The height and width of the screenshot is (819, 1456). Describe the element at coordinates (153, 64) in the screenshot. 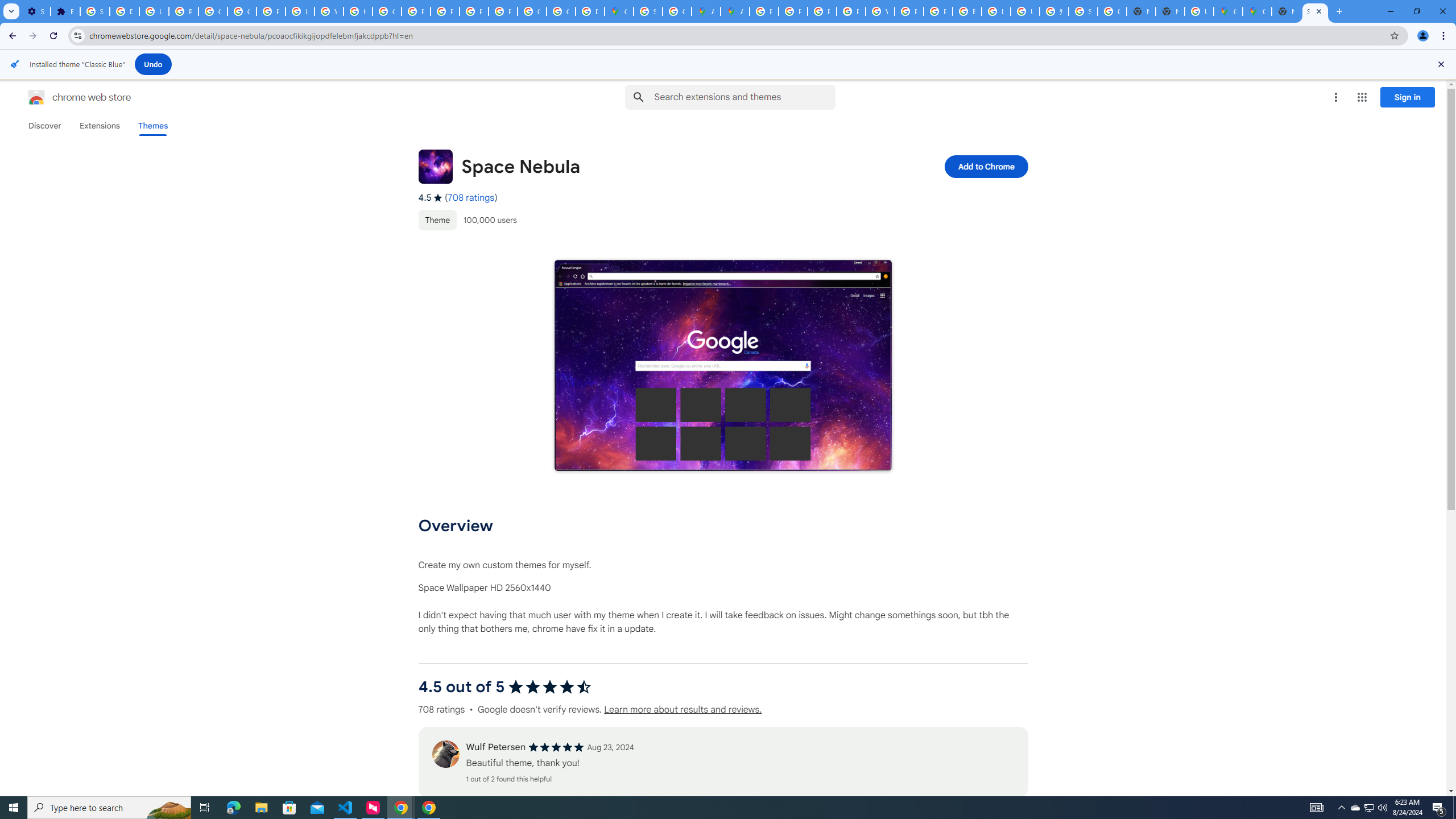

I see `'Undo'` at that location.